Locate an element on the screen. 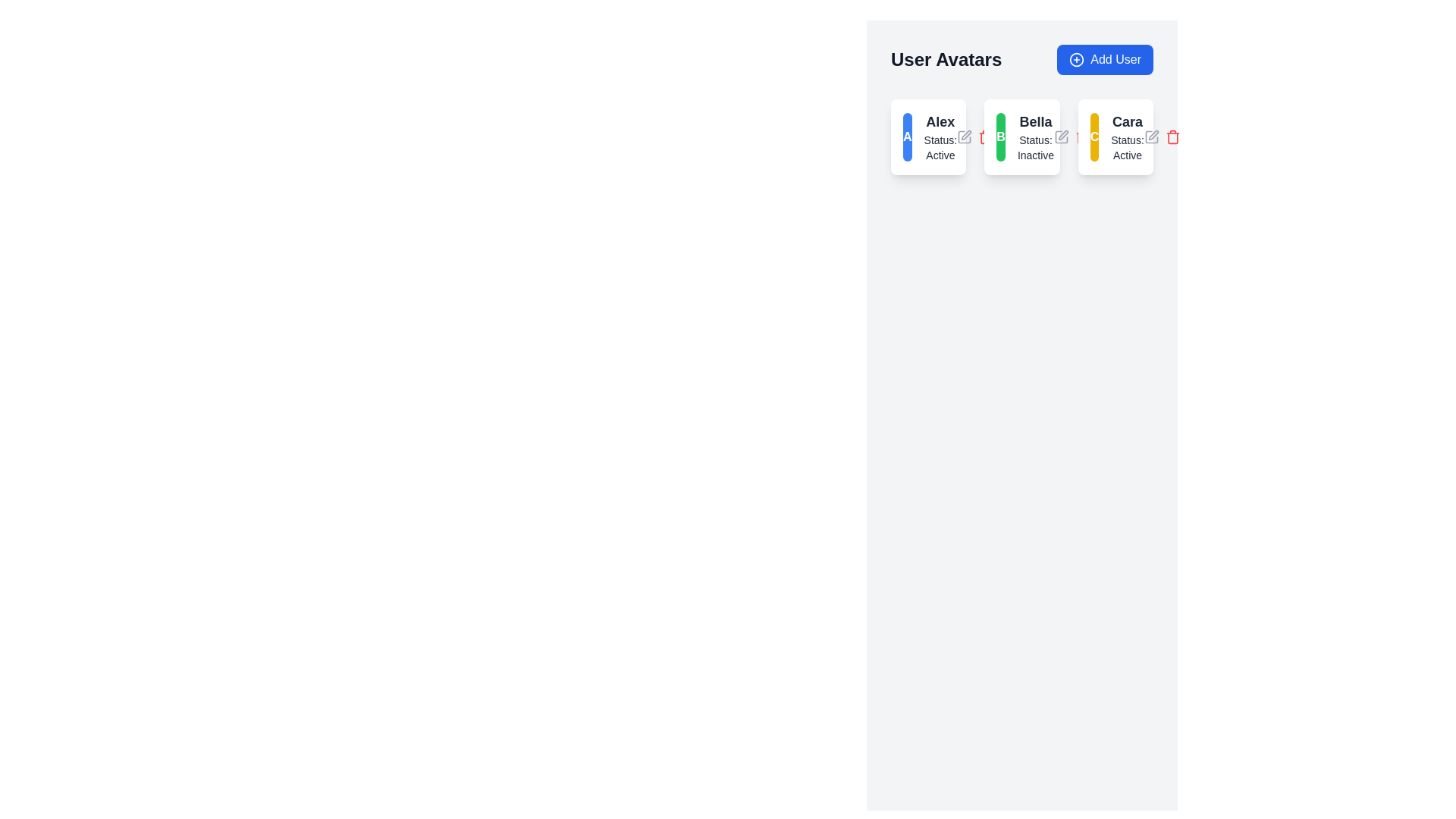 This screenshot has width=1456, height=819. the static text label indicating the username 'Bella', which is positioned above the text 'Status: Inactive' in the second card of a horizontal grid layout is located at coordinates (1035, 121).